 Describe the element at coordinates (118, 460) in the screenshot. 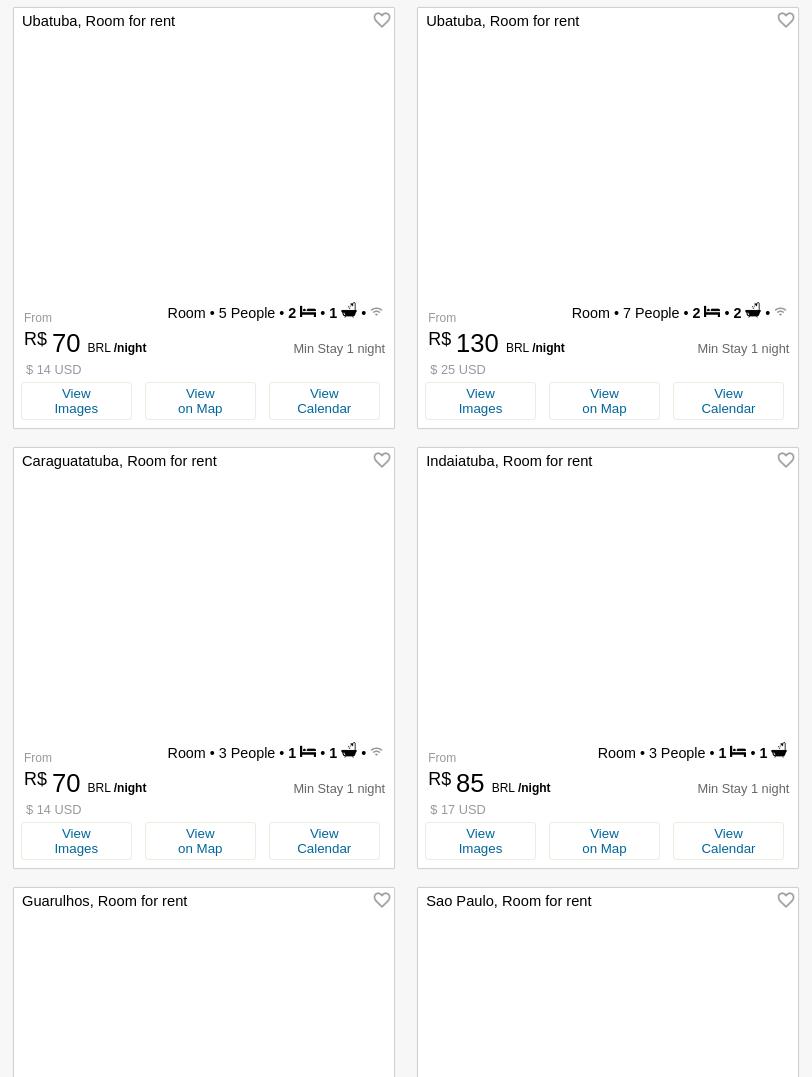

I see `'Caraguatatuba, Room for rent'` at that location.